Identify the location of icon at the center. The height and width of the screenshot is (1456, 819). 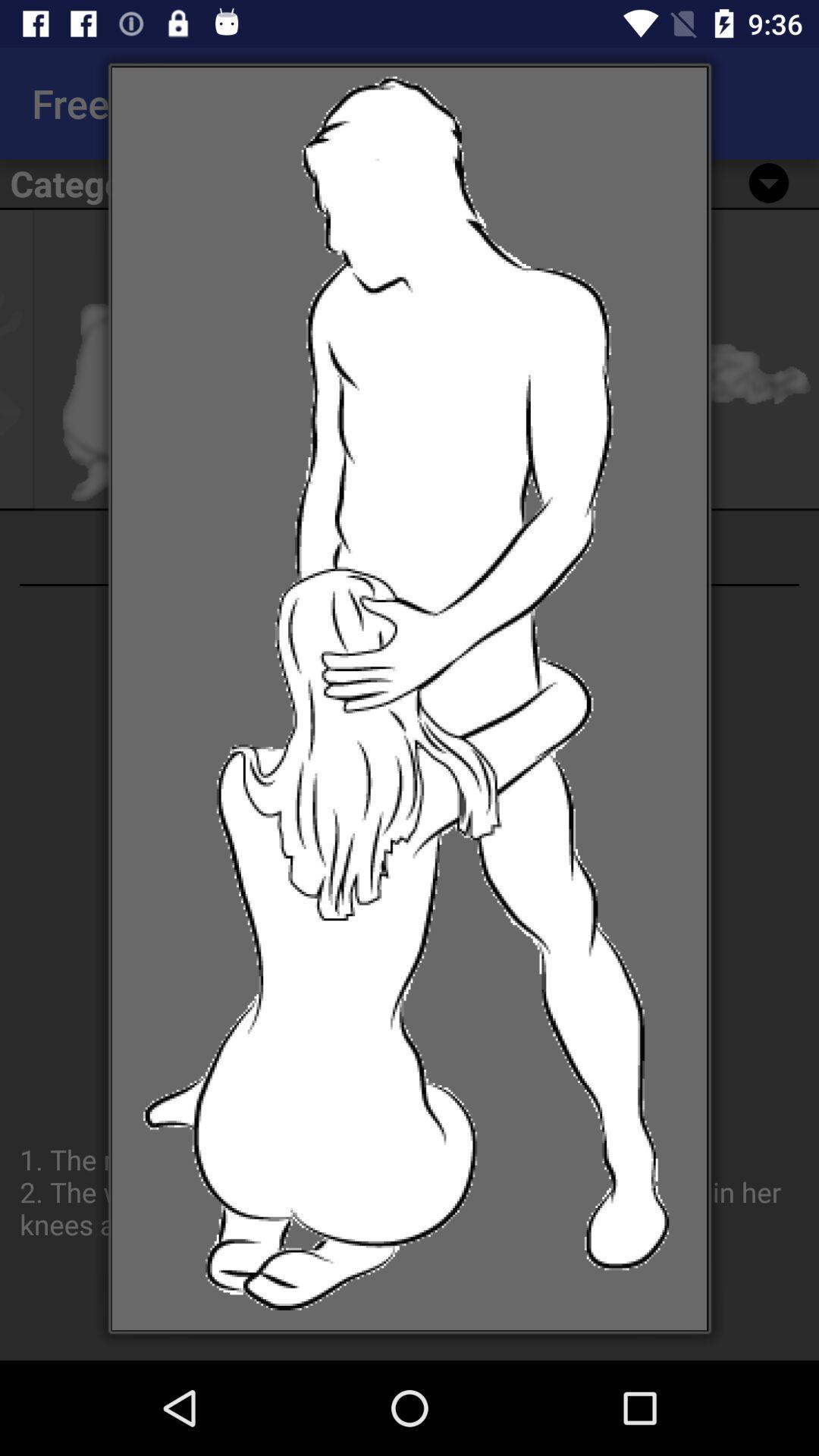
(409, 698).